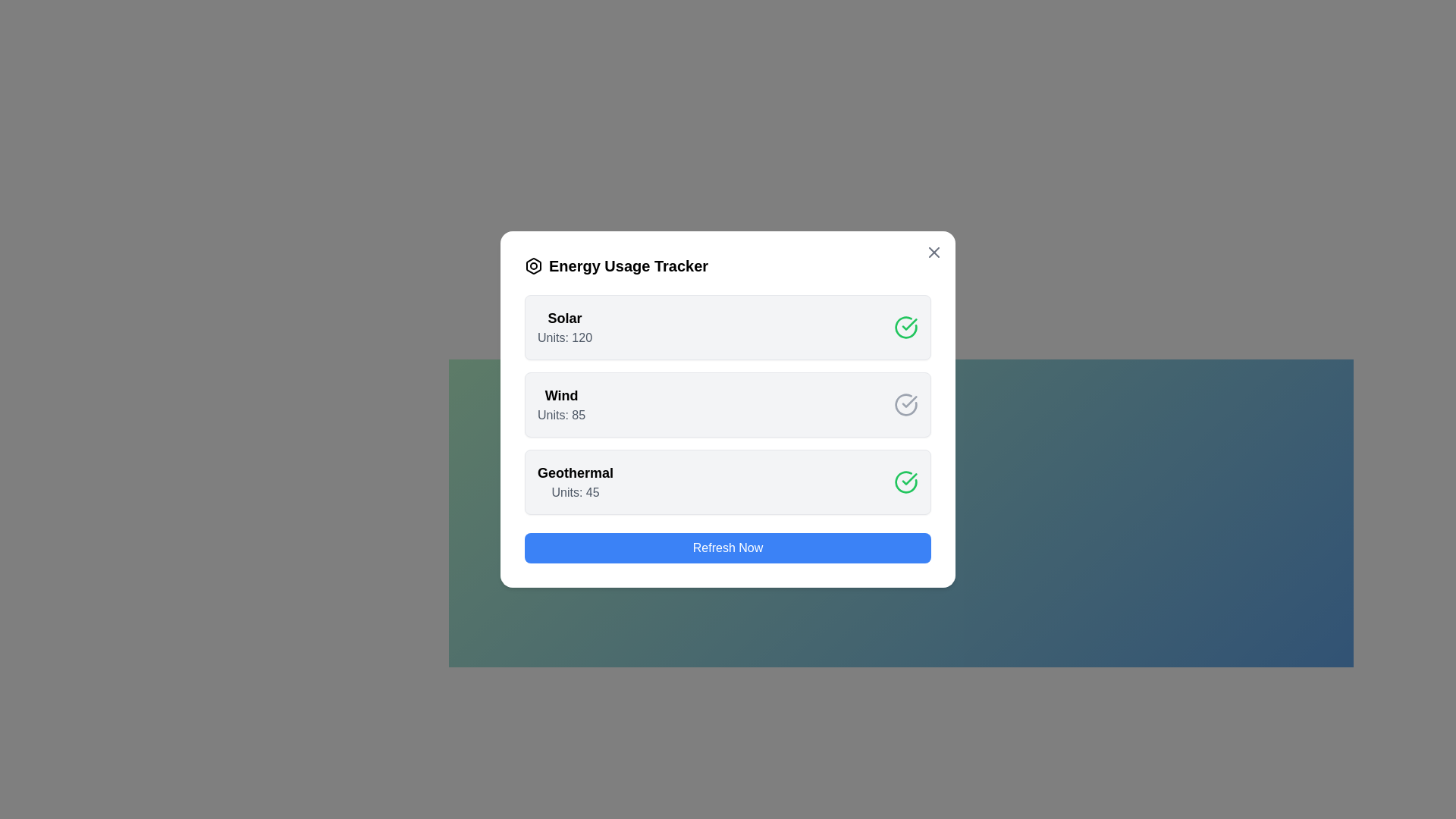 Image resolution: width=1456 pixels, height=819 pixels. What do you see at coordinates (728, 482) in the screenshot?
I see `the Information display card that shows geothermal energy usage, which is the third item in a vertically arranged list of segments, located below the 'Wind' segment` at bounding box center [728, 482].